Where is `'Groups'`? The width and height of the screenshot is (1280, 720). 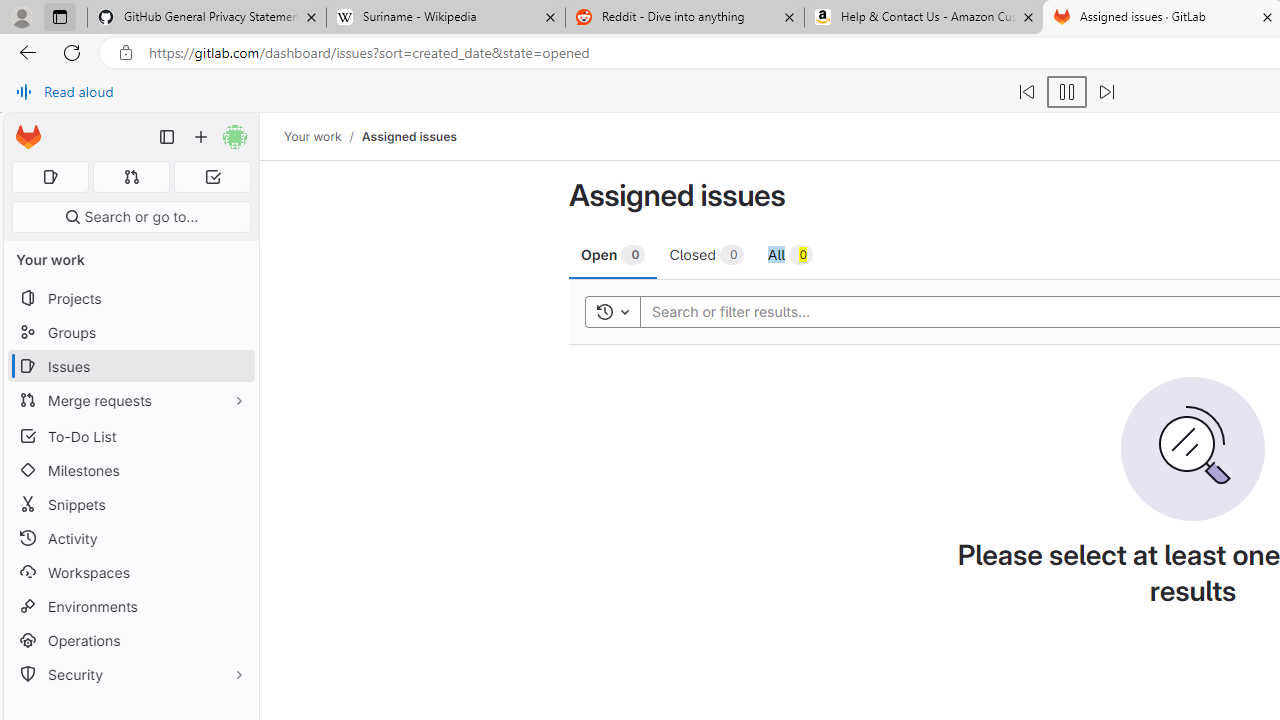 'Groups' is located at coordinates (130, 331).